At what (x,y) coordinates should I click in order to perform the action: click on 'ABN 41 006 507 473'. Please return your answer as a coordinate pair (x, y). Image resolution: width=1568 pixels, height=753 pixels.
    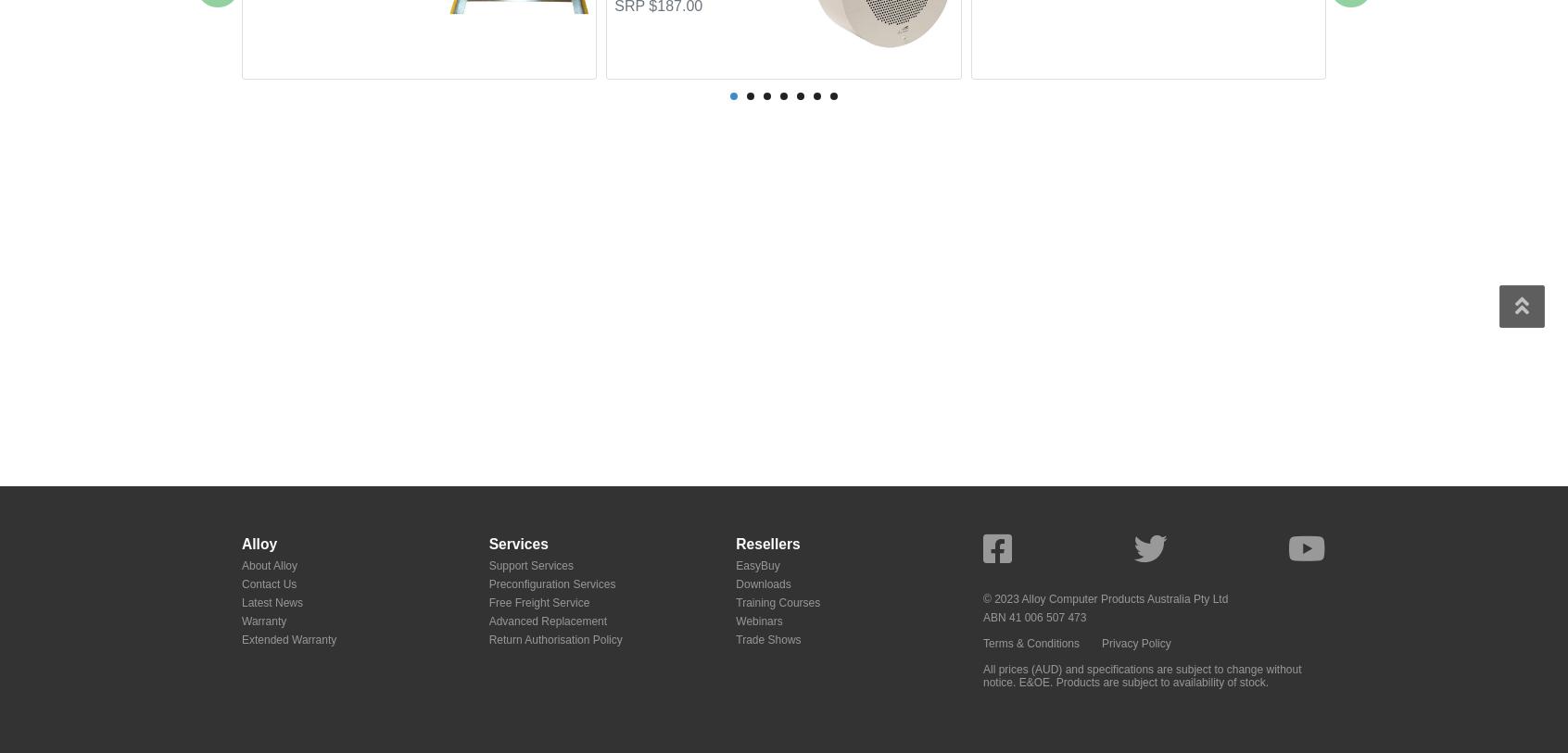
    Looking at the image, I should click on (1034, 617).